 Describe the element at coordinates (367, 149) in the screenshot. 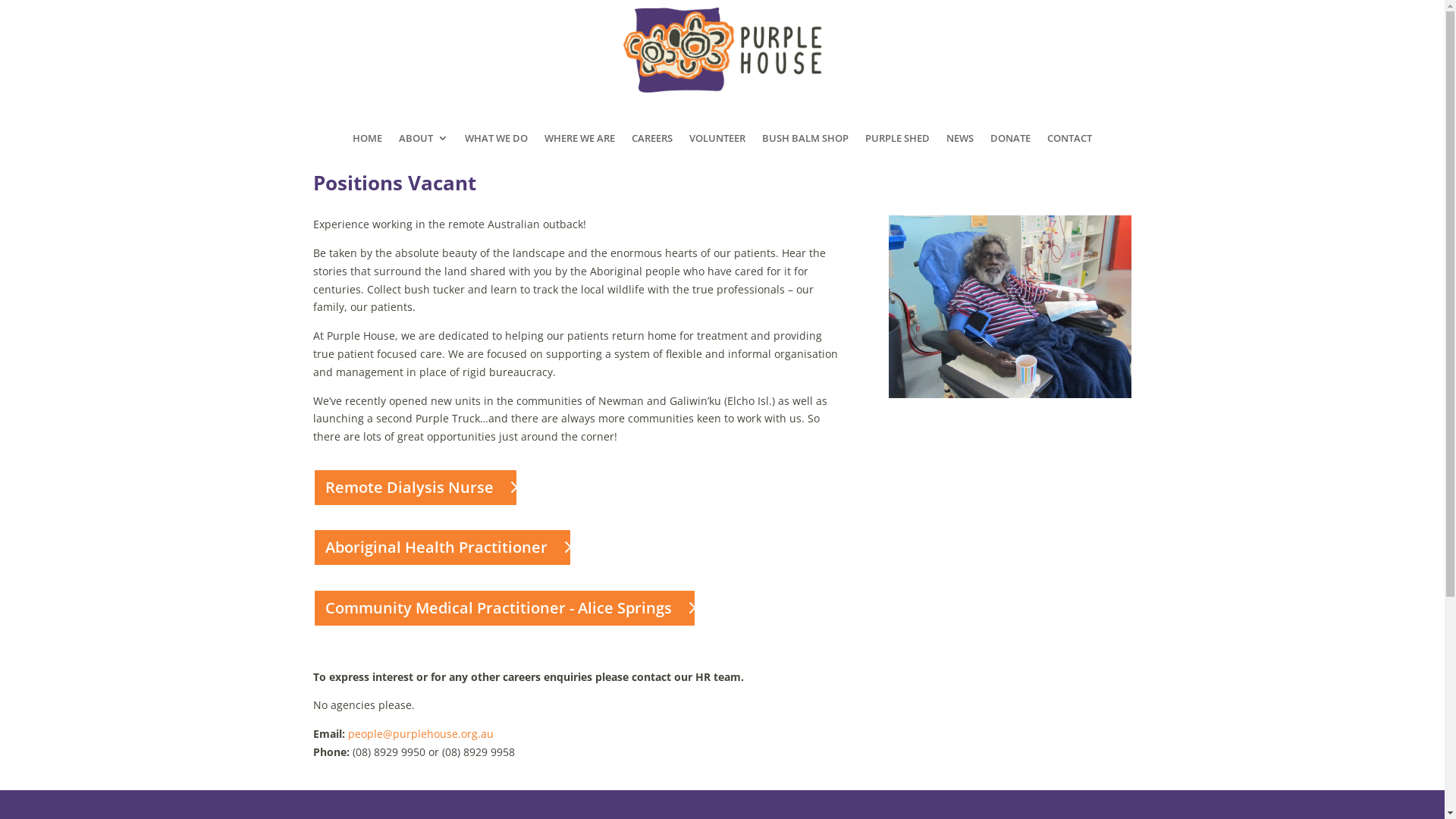

I see `'HOME'` at that location.